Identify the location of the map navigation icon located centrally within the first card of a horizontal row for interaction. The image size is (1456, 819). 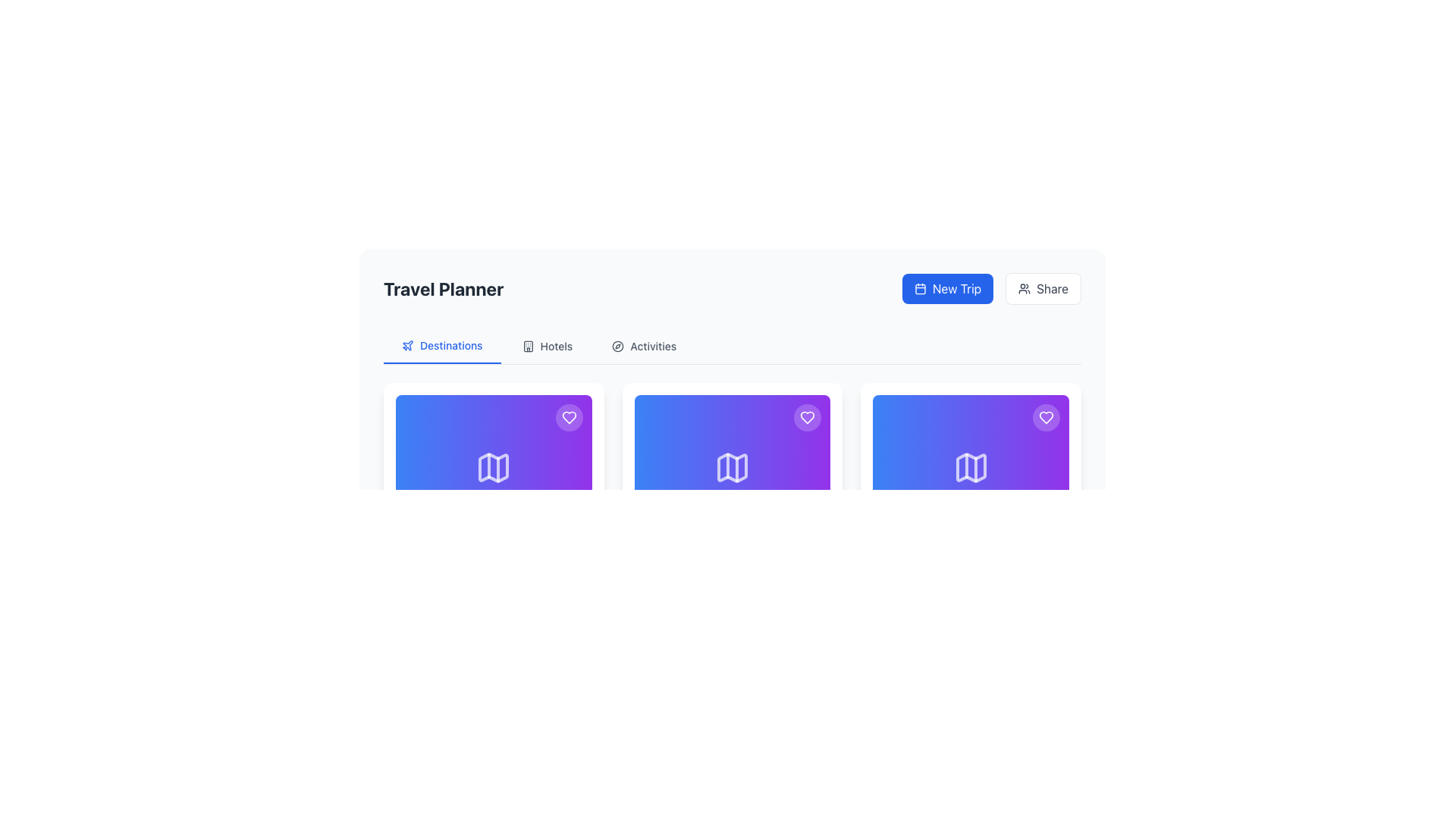
(494, 467).